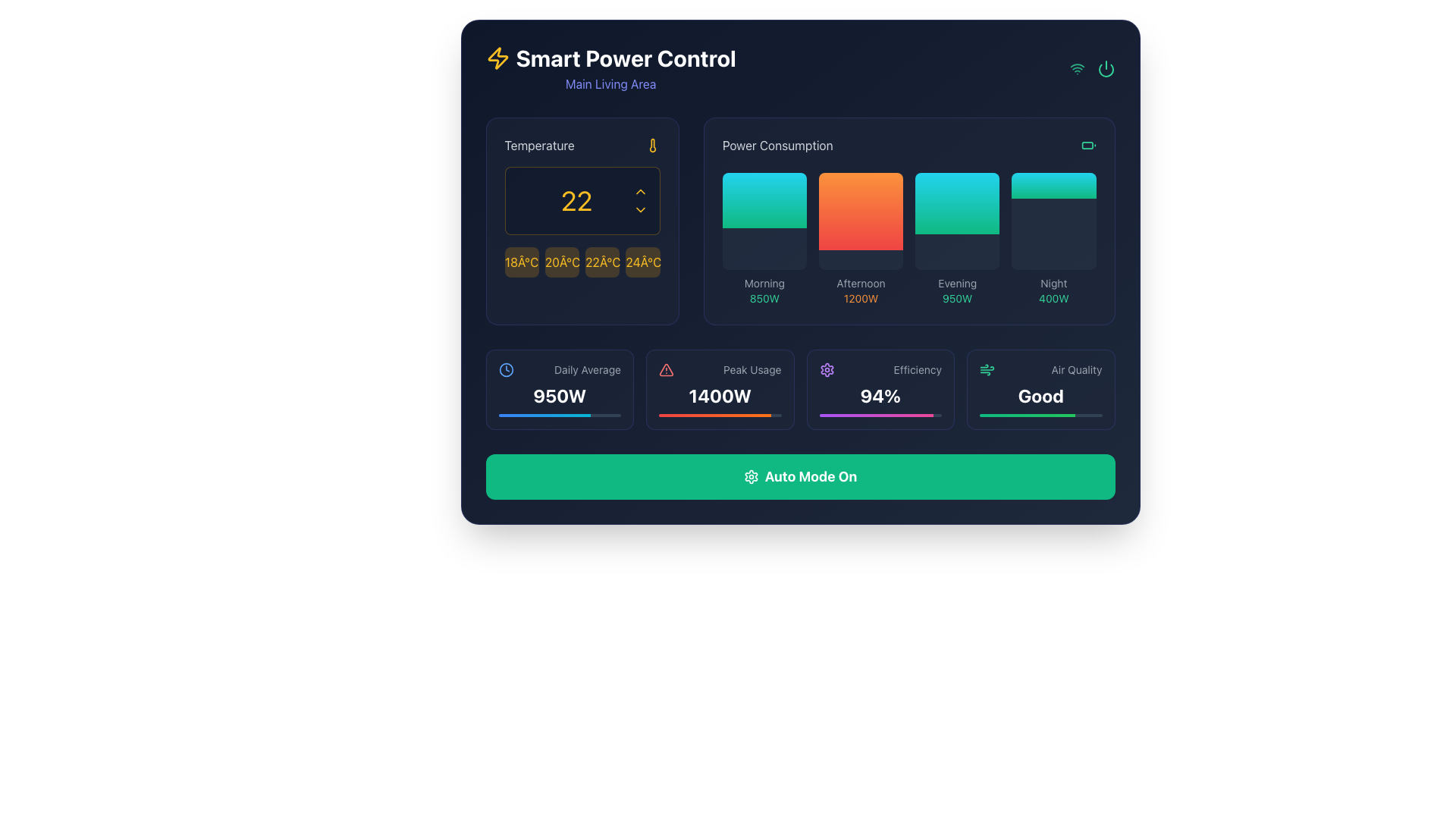 This screenshot has width=1456, height=819. Describe the element at coordinates (987, 370) in the screenshot. I see `the wind icon, which is a small green icon with curved horizontal lines located to the left of the 'Air Quality' text in the top-left area of its section` at that location.